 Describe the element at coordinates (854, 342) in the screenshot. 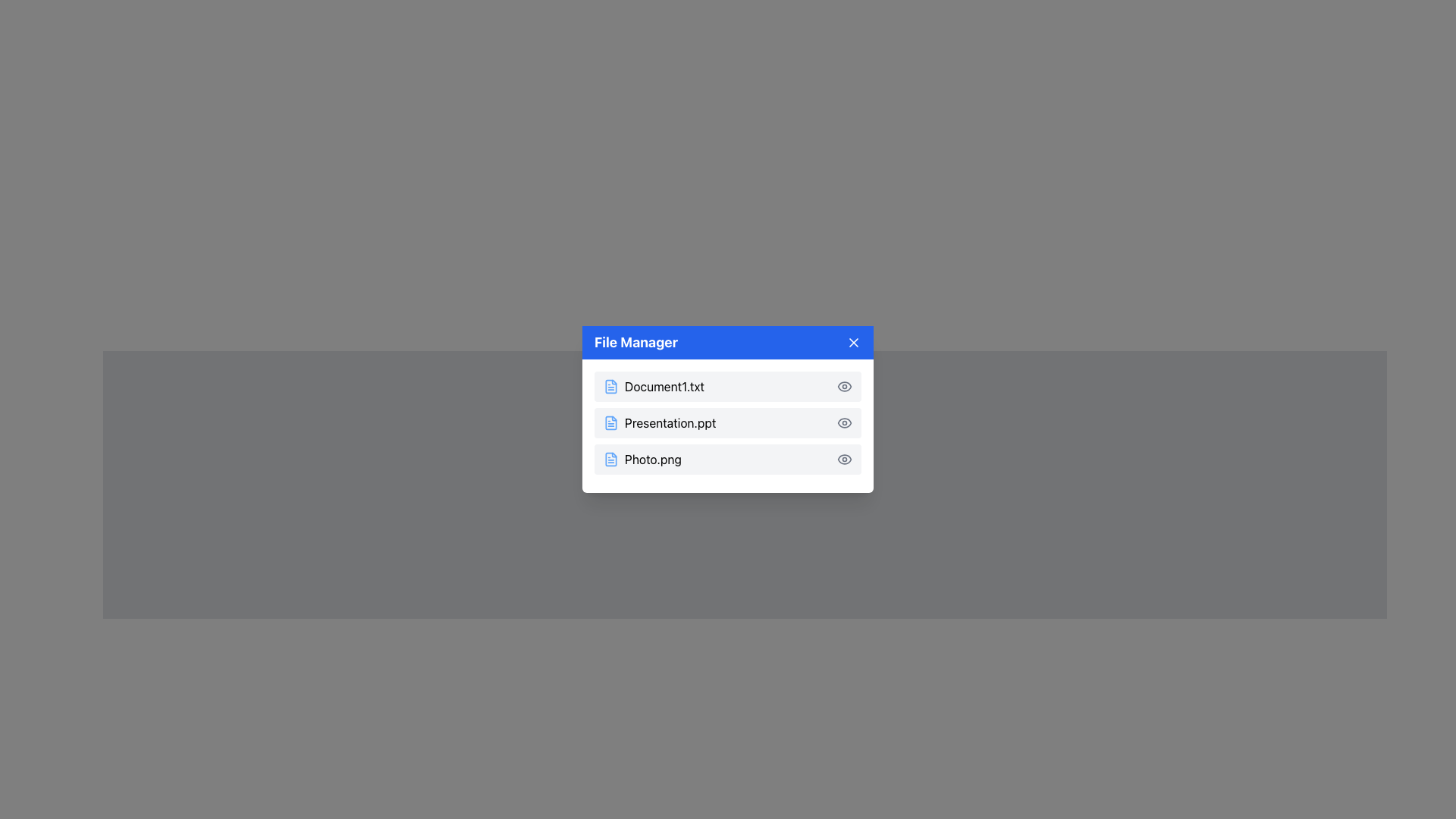

I see `the close button icon located in the top-right corner of the 'File Manager' dialog box, which is represented by an 'X' shaped icon` at that location.